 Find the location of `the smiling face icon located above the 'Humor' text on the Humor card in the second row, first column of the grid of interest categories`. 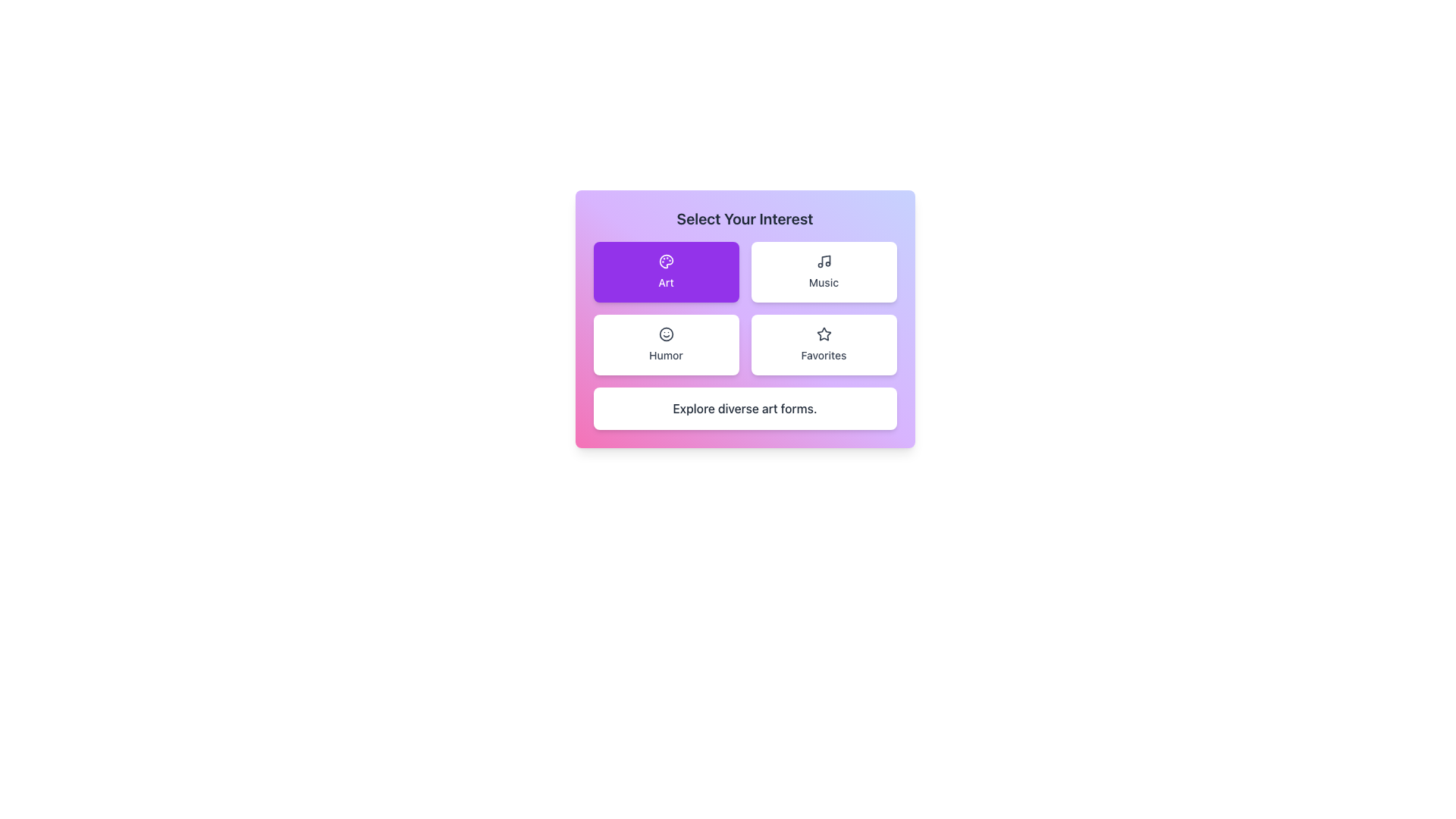

the smiling face icon located above the 'Humor' text on the Humor card in the second row, first column of the grid of interest categories is located at coordinates (666, 333).